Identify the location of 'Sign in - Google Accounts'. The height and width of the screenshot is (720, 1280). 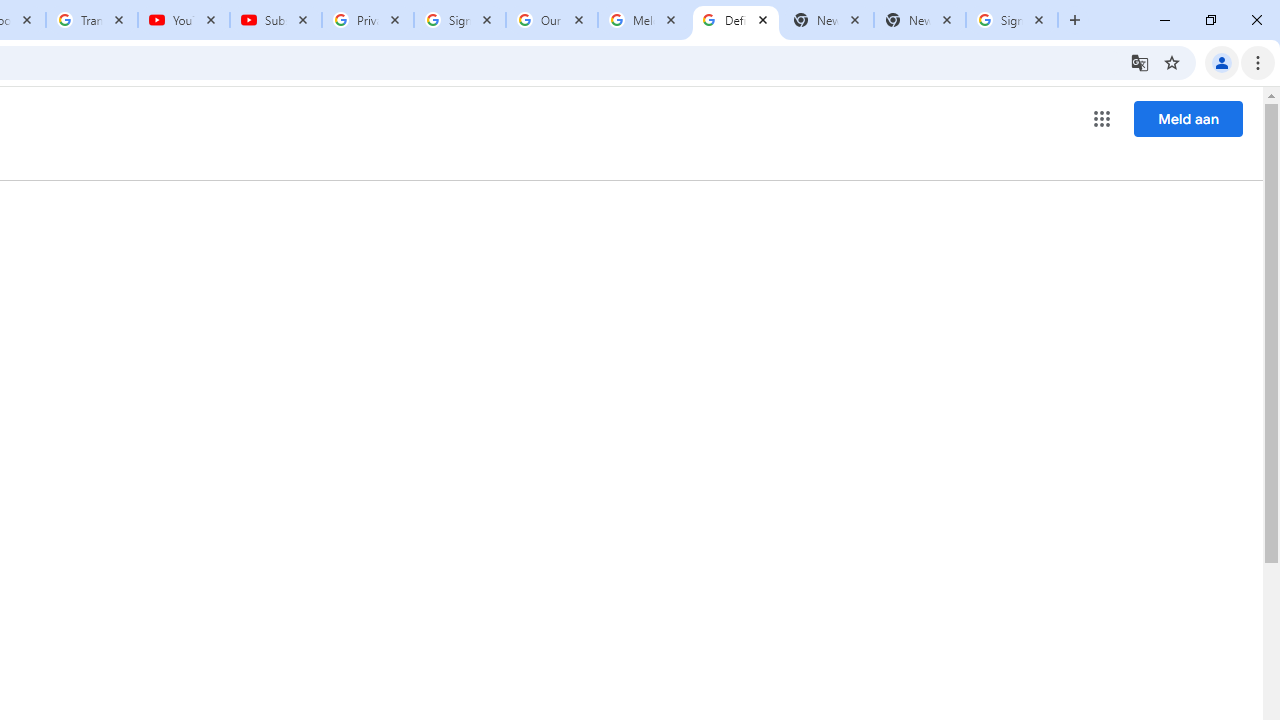
(458, 20).